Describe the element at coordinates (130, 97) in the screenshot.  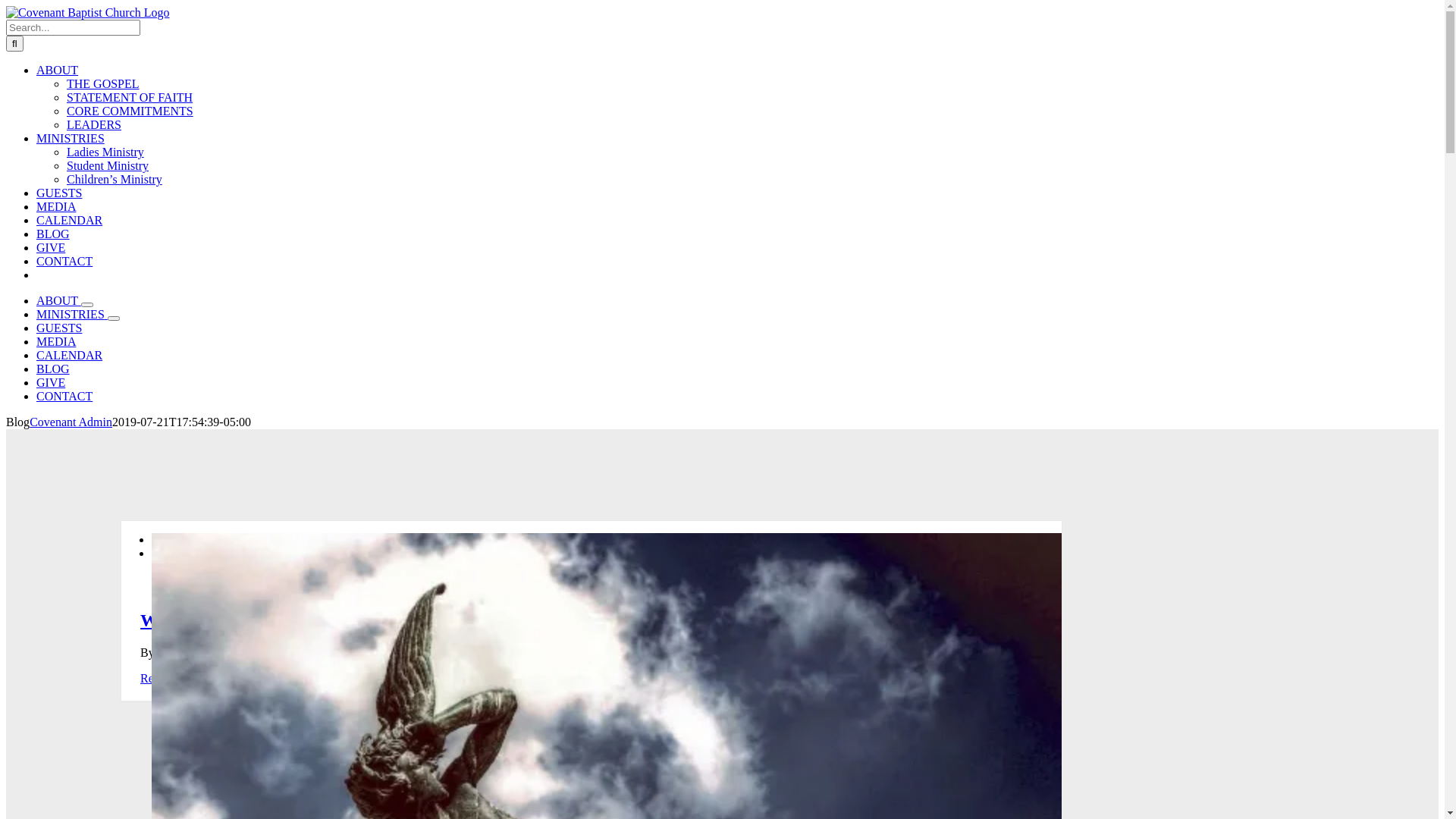
I see `'STATEMENT OF FAITH'` at that location.